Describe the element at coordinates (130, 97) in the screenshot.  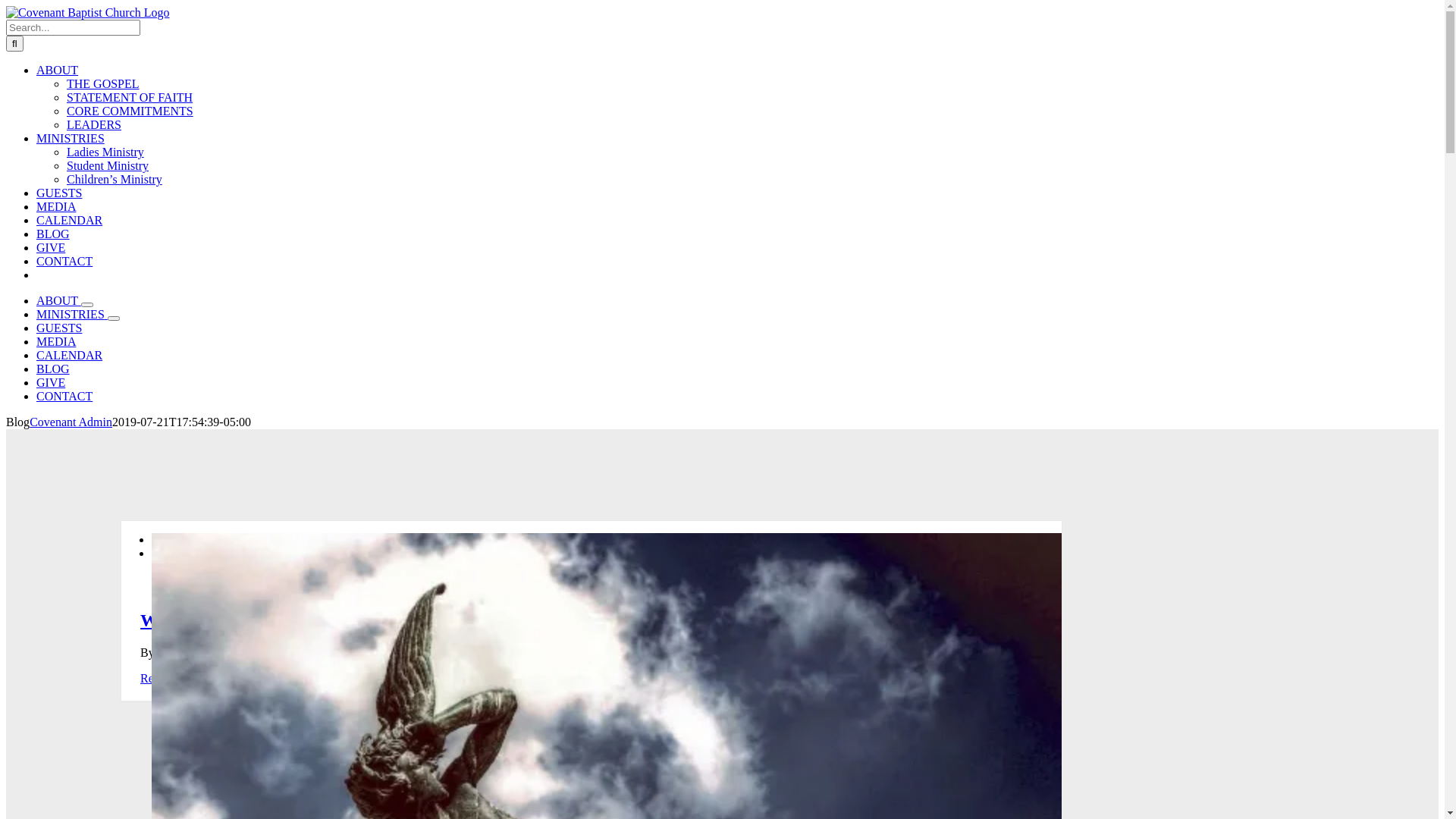
I see `'STATEMENT OF FAITH'` at that location.